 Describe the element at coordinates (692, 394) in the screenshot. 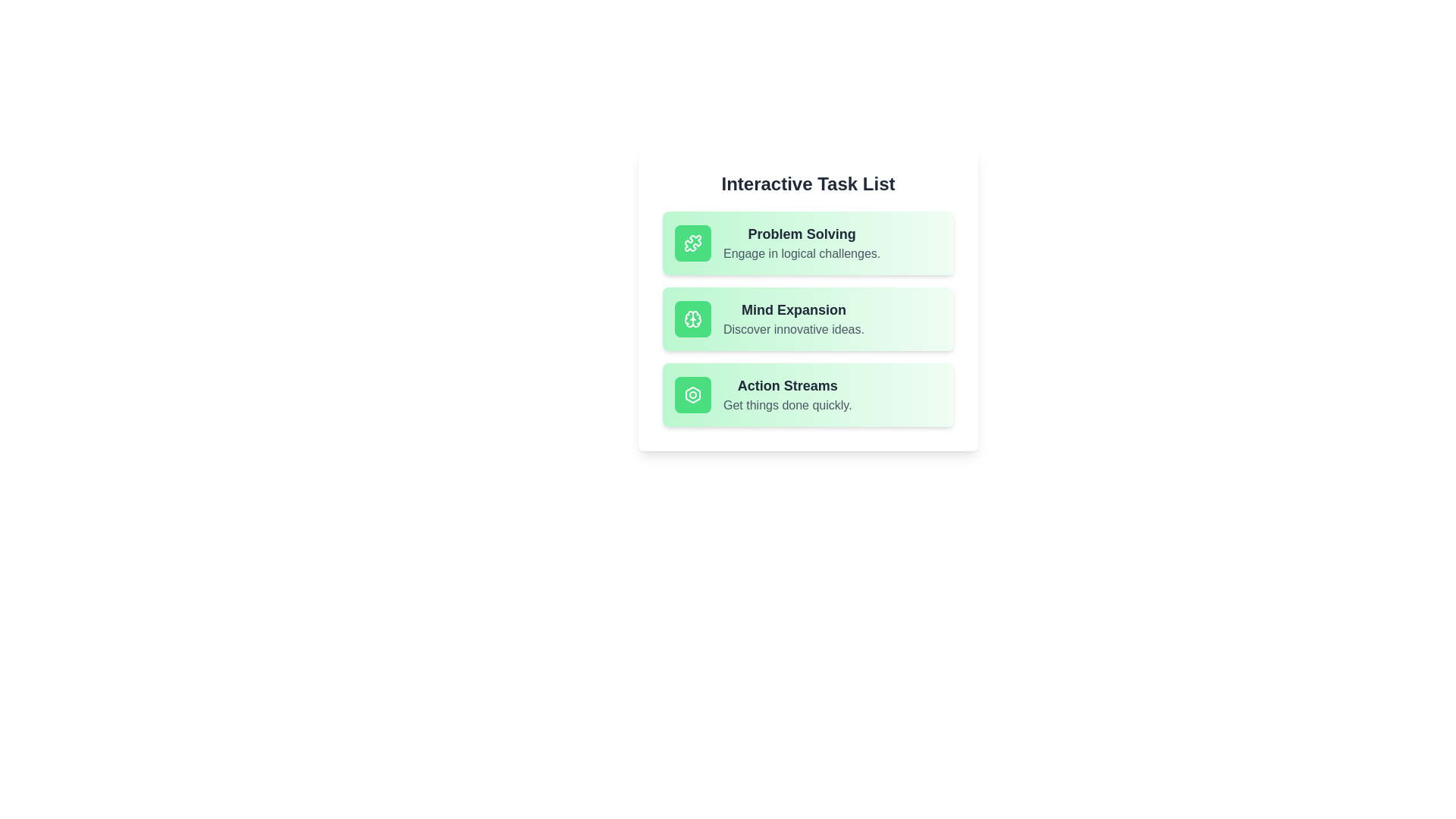

I see `the icon associated with the Action Streams item` at that location.